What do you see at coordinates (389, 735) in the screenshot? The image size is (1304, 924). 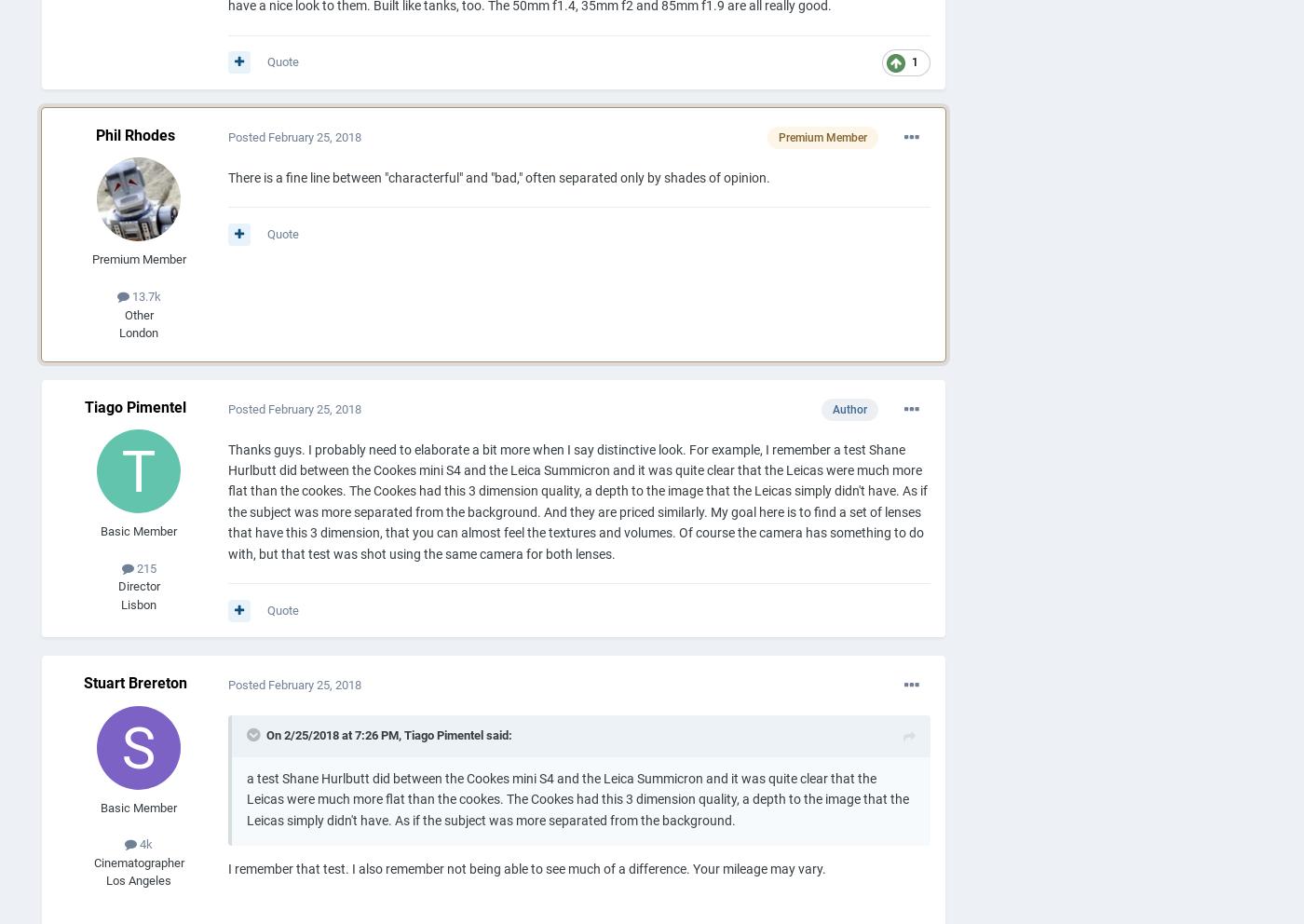 I see `'On 2/25/2018 at 7:26 PM, Tiago Pimentel said:'` at bounding box center [389, 735].